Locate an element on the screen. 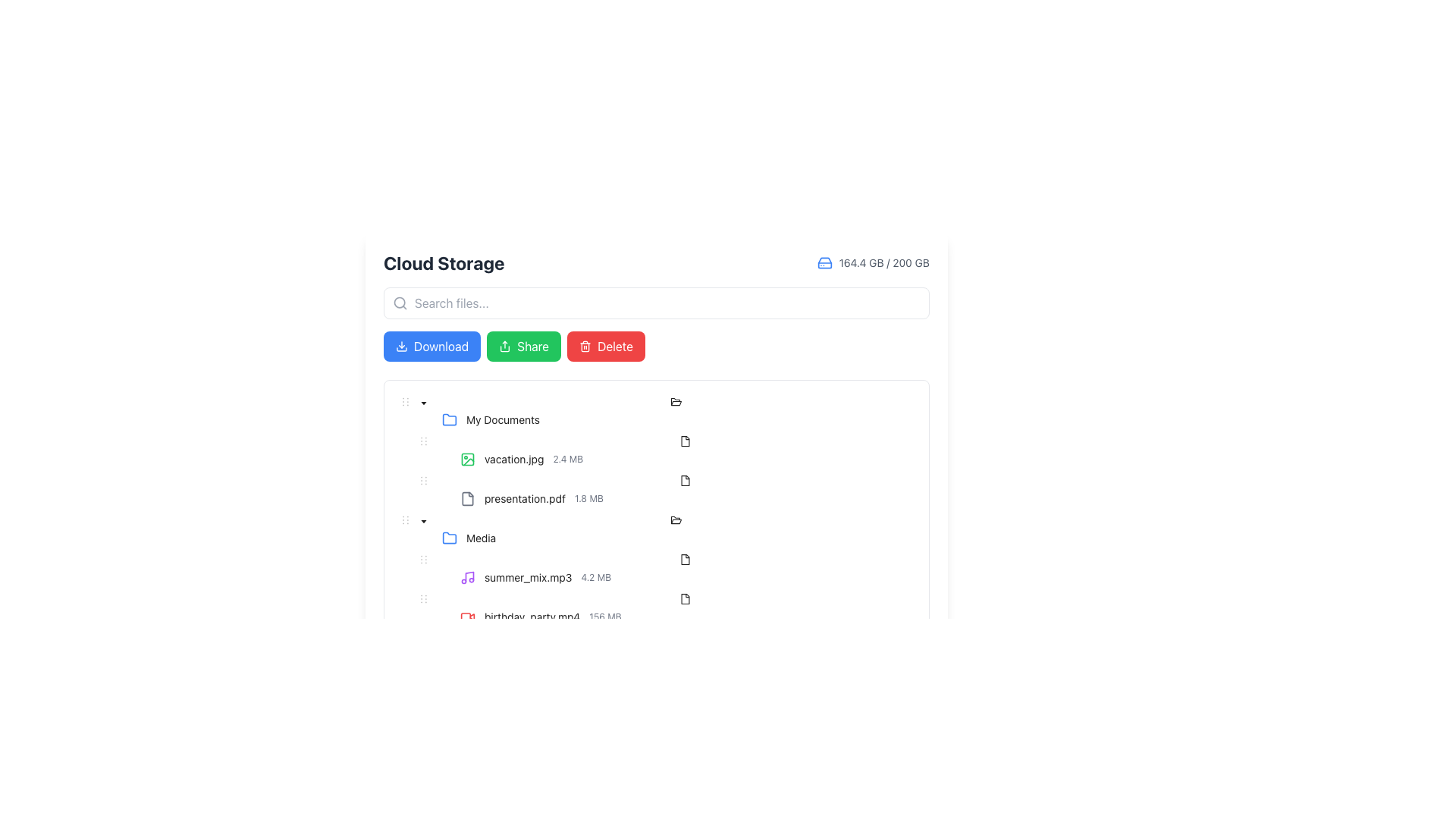  the state of the document icon located to the right of the media file name 'birthday_party.mp4' in the 'Media' folder is located at coordinates (684, 559).